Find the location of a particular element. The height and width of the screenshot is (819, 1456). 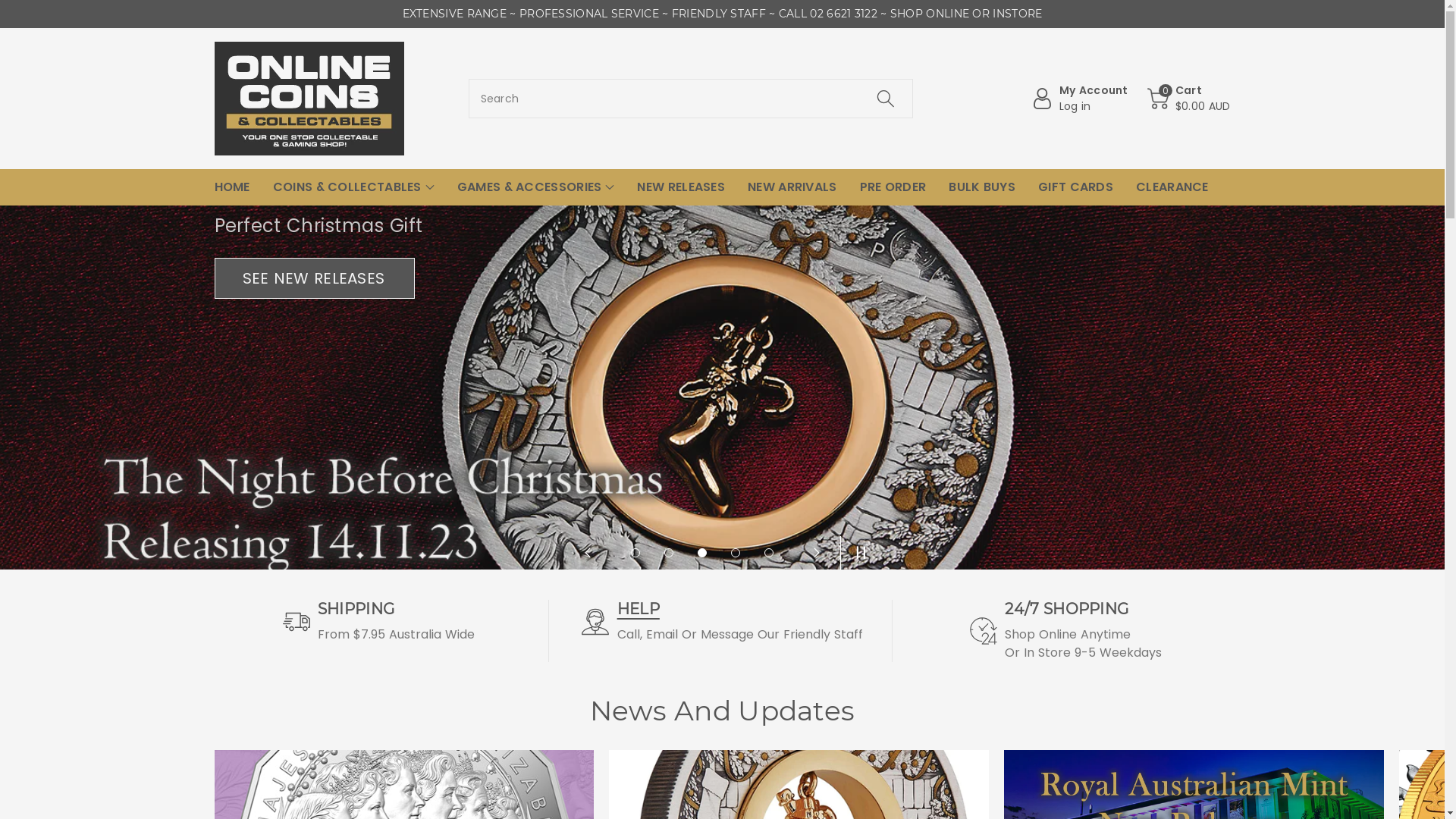

'HOME' is located at coordinates (231, 186).